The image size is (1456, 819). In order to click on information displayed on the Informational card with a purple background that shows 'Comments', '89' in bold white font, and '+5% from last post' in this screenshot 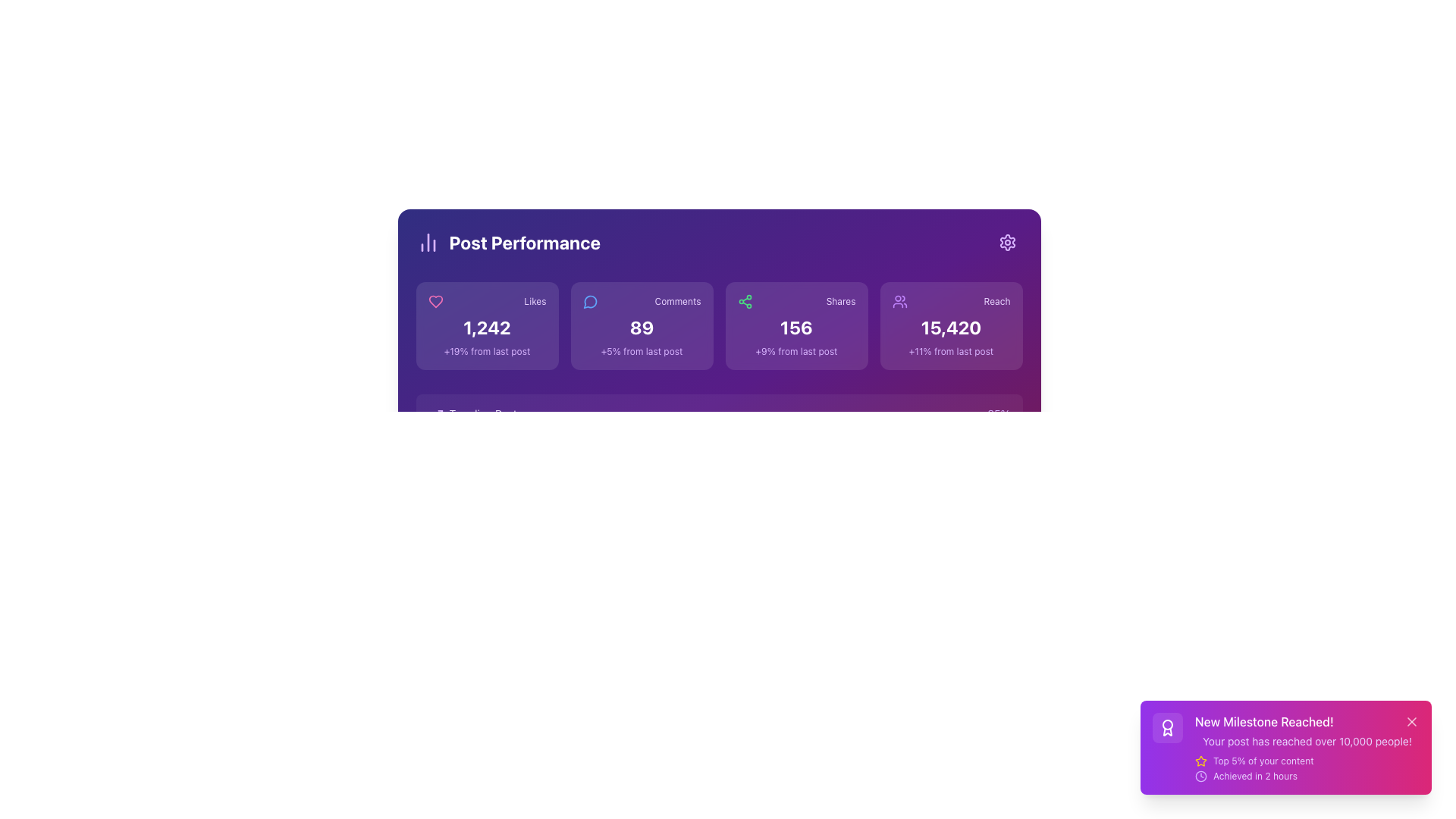, I will do `click(642, 325)`.